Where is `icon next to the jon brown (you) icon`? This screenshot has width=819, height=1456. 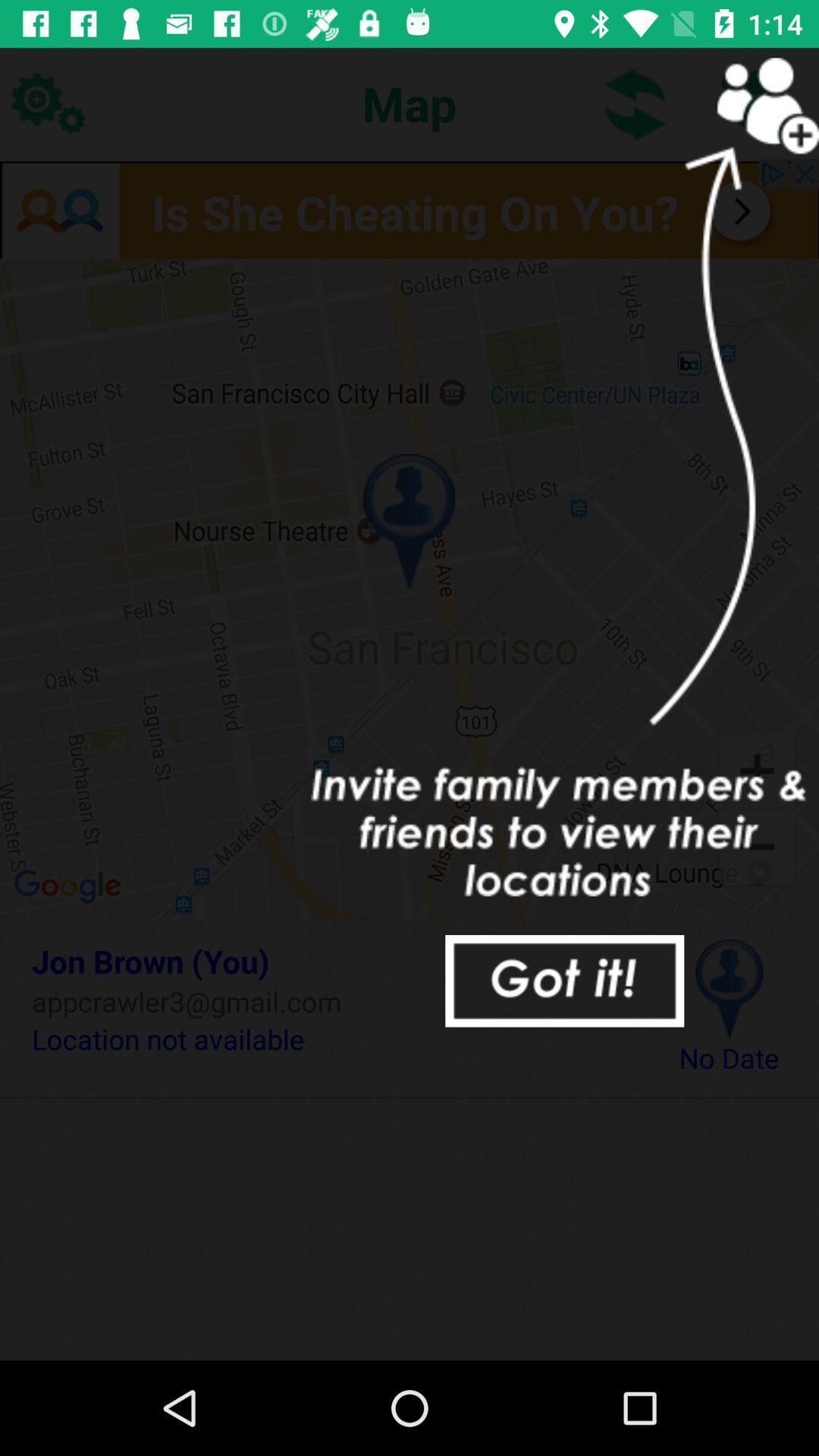
icon next to the jon brown (you) icon is located at coordinates (728, 989).